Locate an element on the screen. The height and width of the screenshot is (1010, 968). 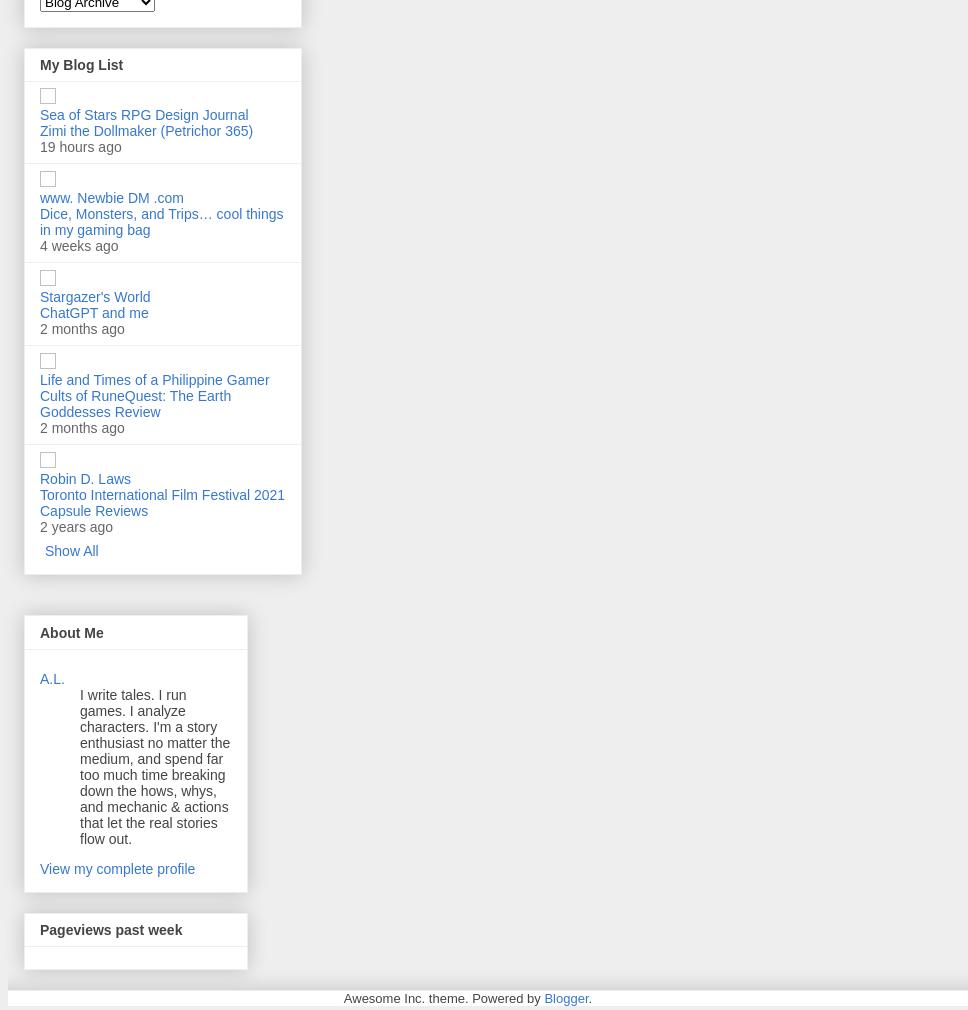
'Blogger' is located at coordinates (543, 998).